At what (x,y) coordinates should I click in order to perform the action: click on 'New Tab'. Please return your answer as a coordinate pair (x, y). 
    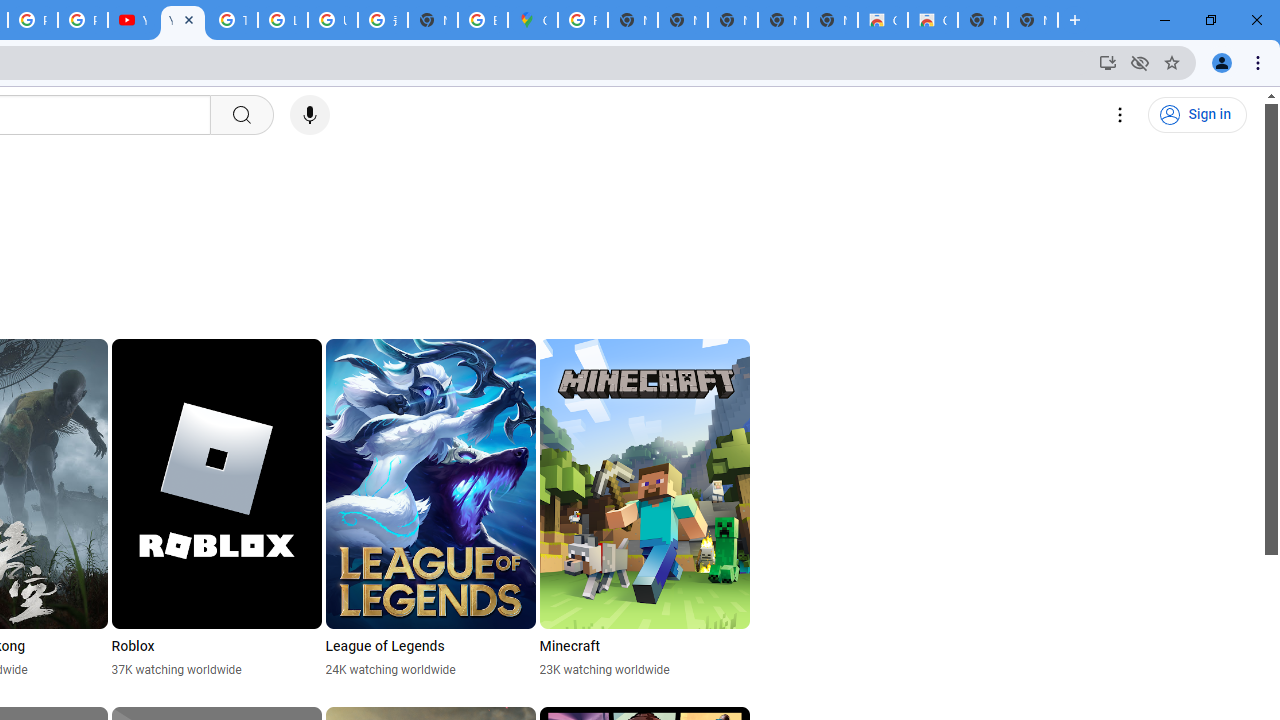
    Looking at the image, I should click on (1032, 20).